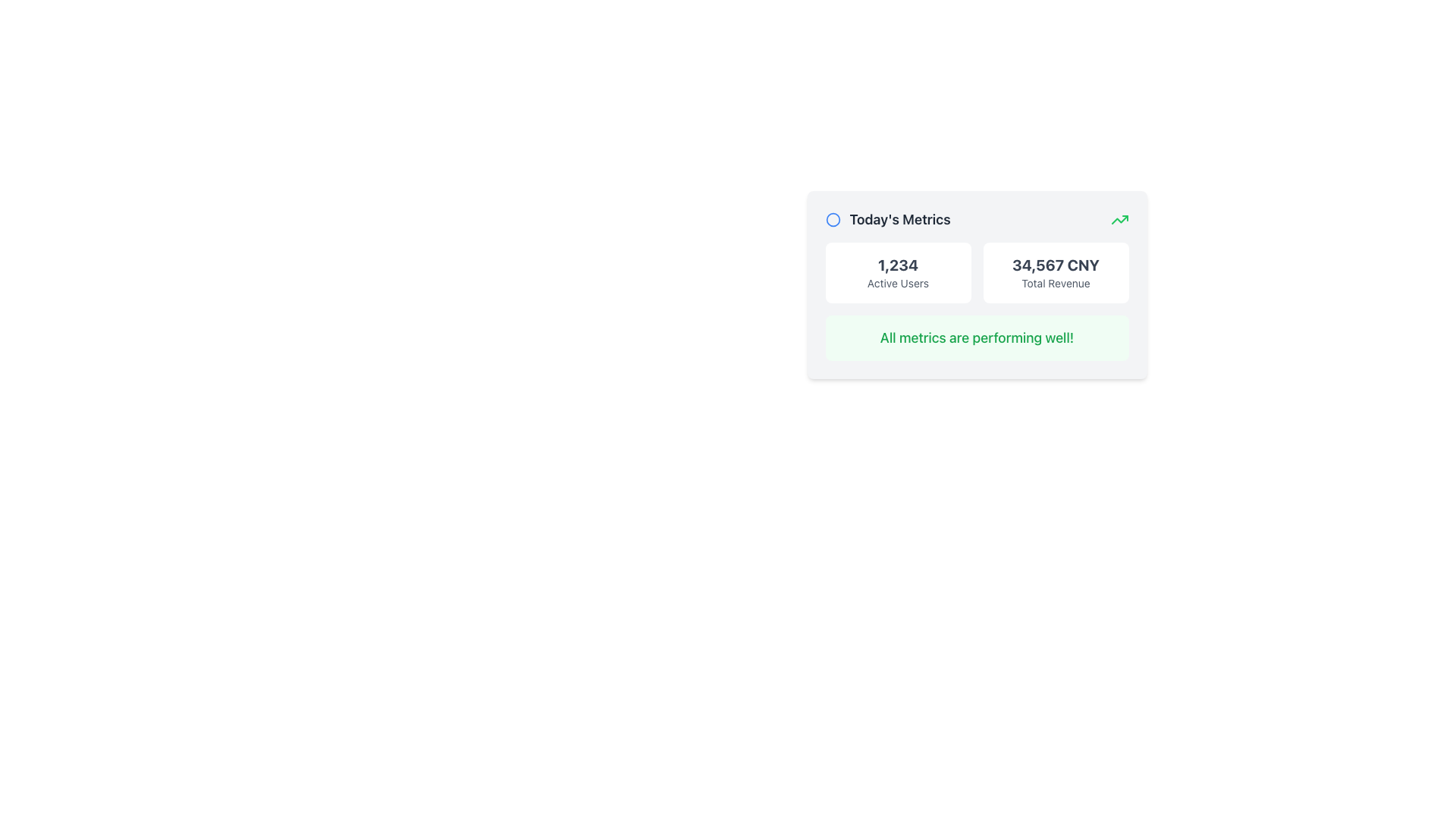 The width and height of the screenshot is (1456, 819). I want to click on the Informational banner with a light green background that contains the text 'All metrics are performing well!' located at the bottom of the grid layout, so click(977, 337).